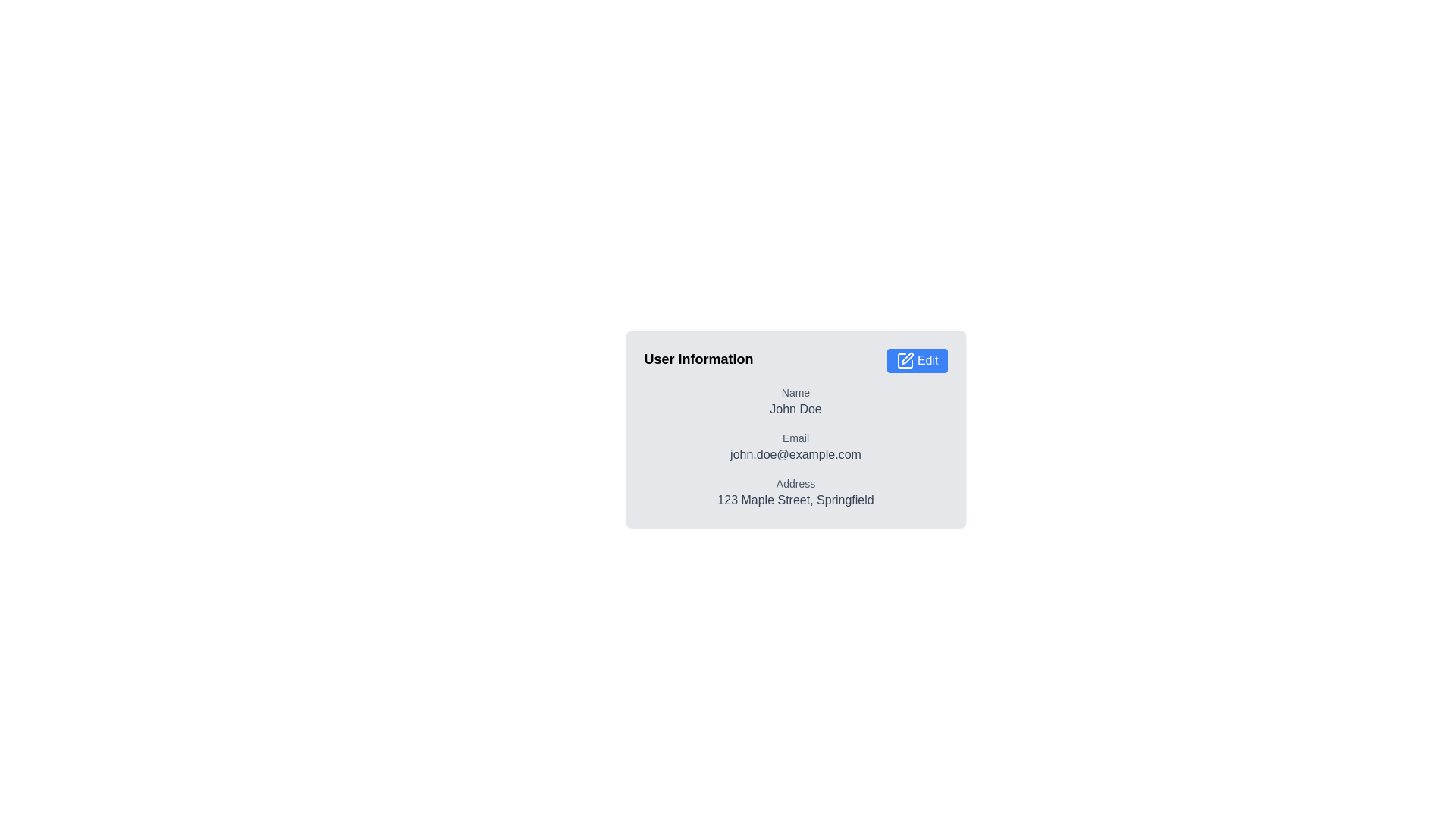 The width and height of the screenshot is (1456, 819). What do you see at coordinates (795, 483) in the screenshot?
I see `the 'Address' text label, which is styled with a small font size and gray color, located in the middle section of the 'User Information' card, above the address content` at bounding box center [795, 483].